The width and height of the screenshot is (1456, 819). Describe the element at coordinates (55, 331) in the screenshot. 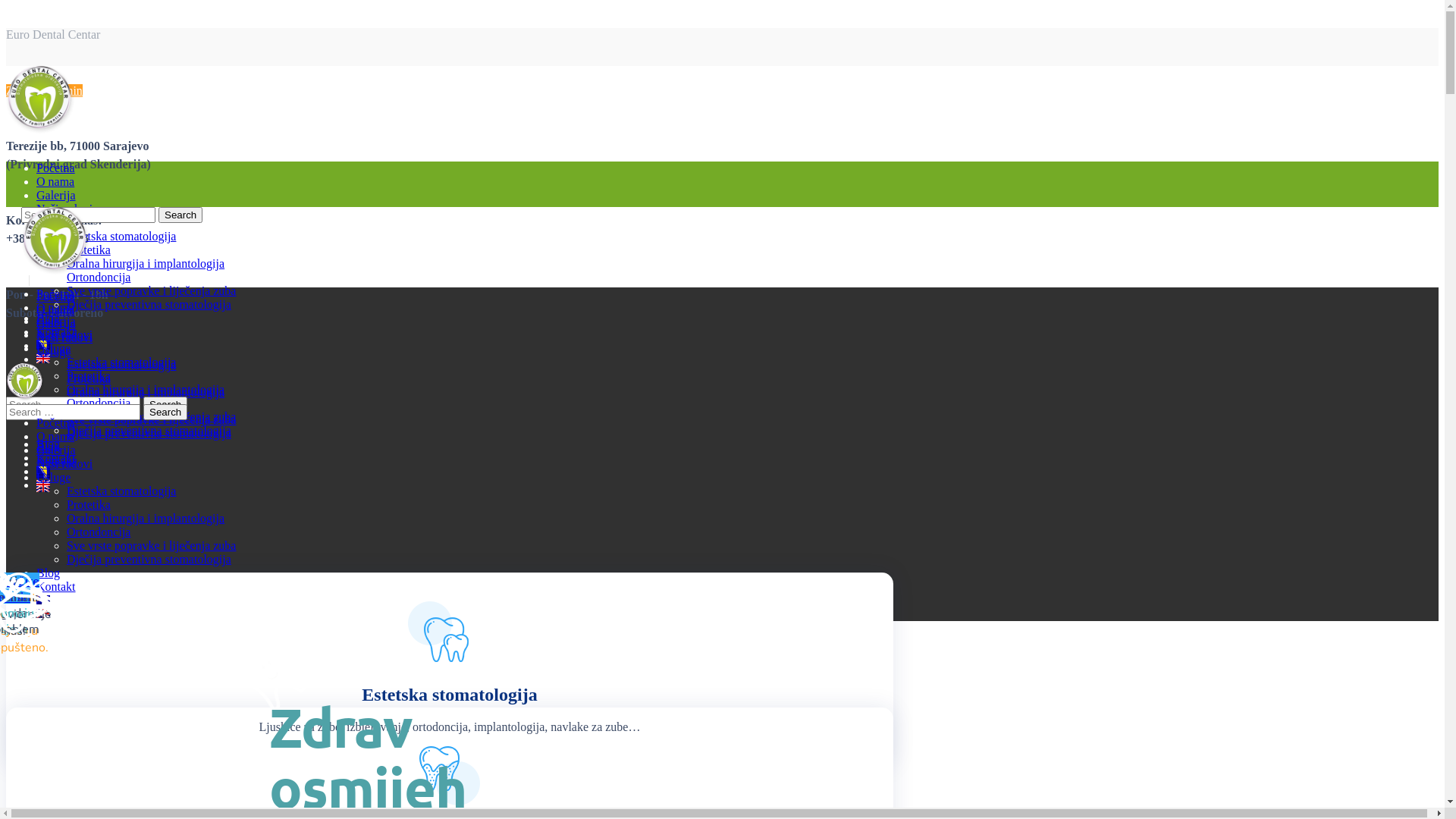

I see `'Kontakt'` at that location.